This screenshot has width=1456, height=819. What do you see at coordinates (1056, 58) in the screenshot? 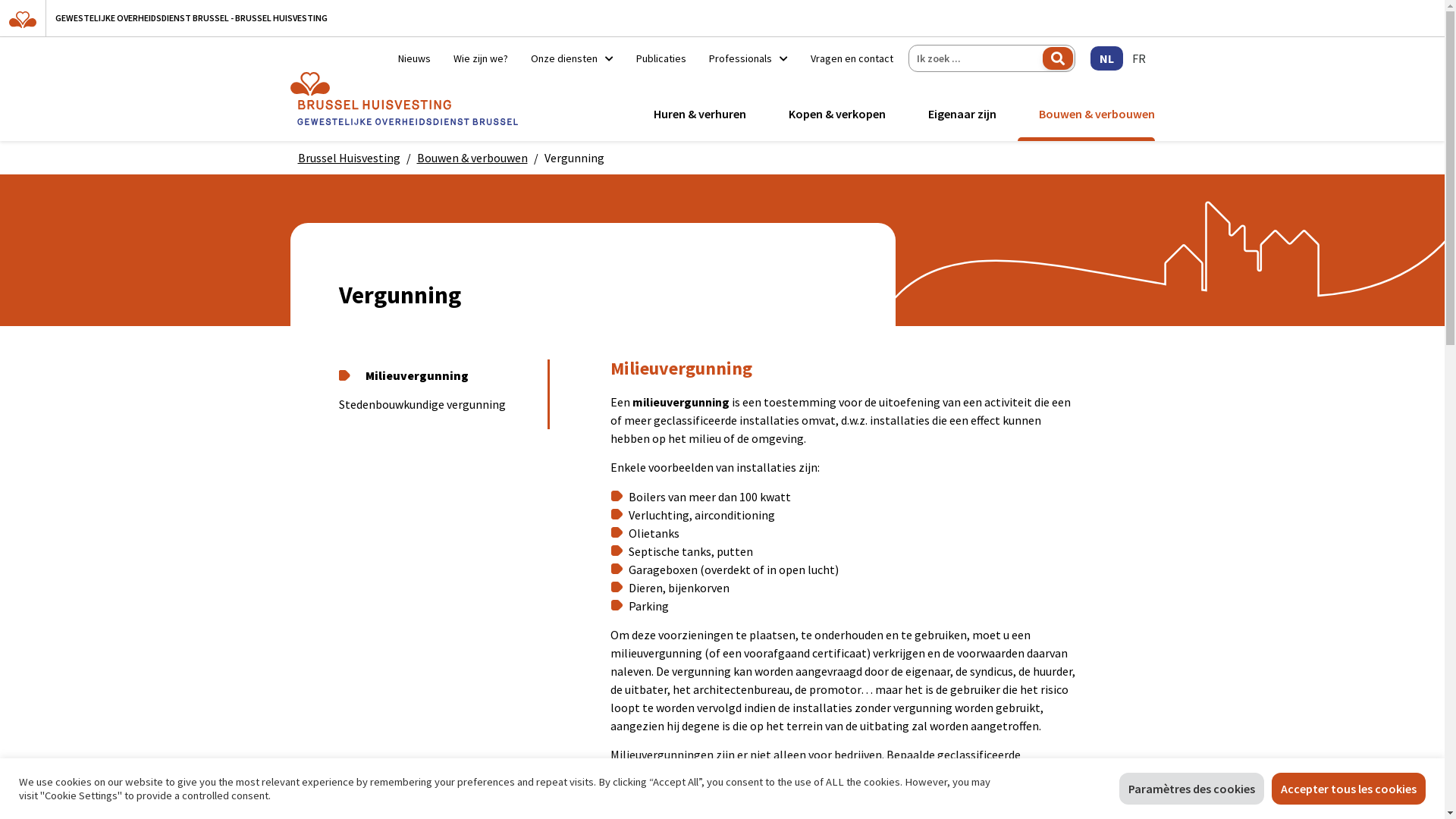
I see `'Zoeken'` at bounding box center [1056, 58].